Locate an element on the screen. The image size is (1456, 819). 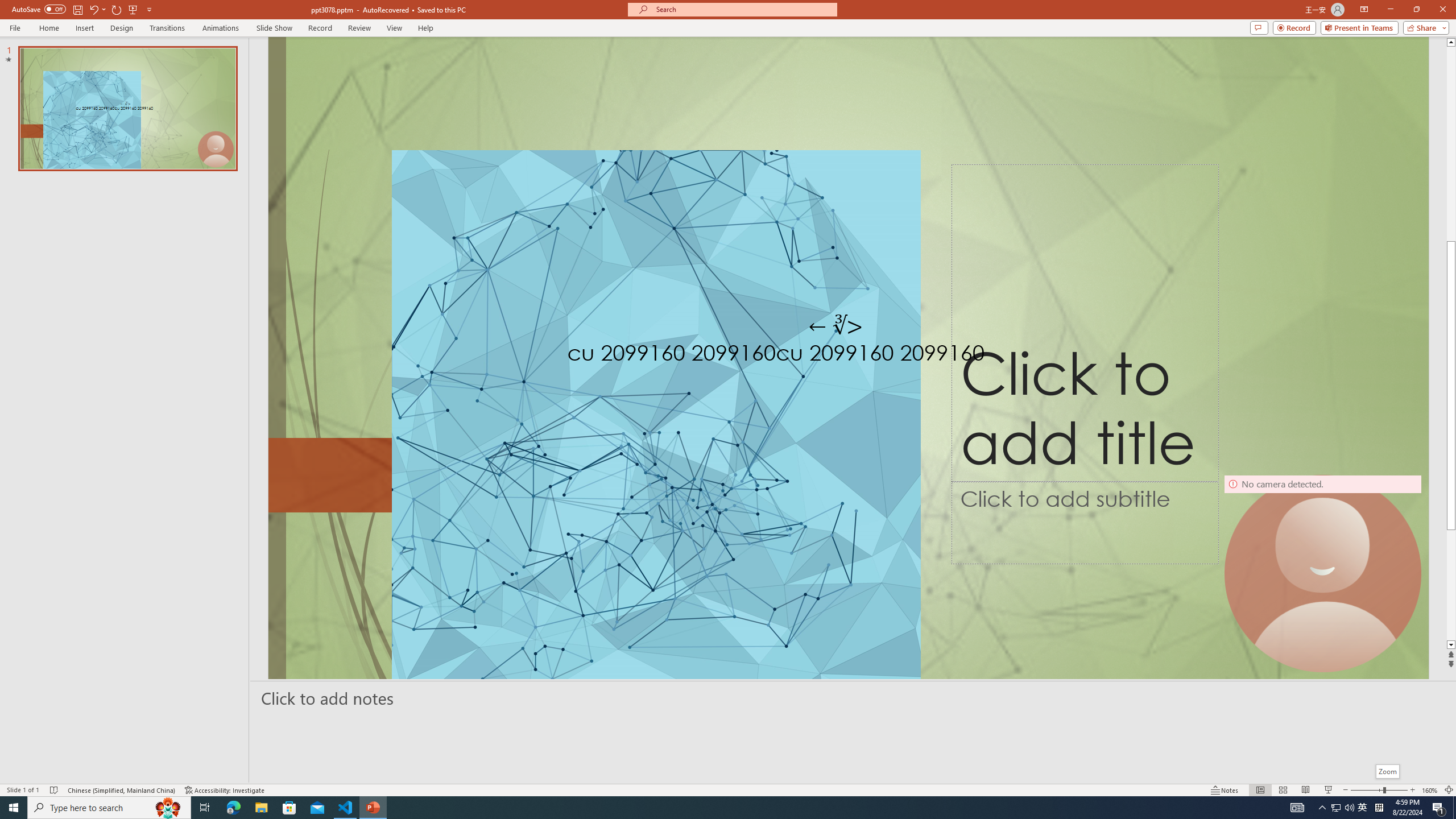
'Zoom 160%' is located at coordinates (1430, 790).